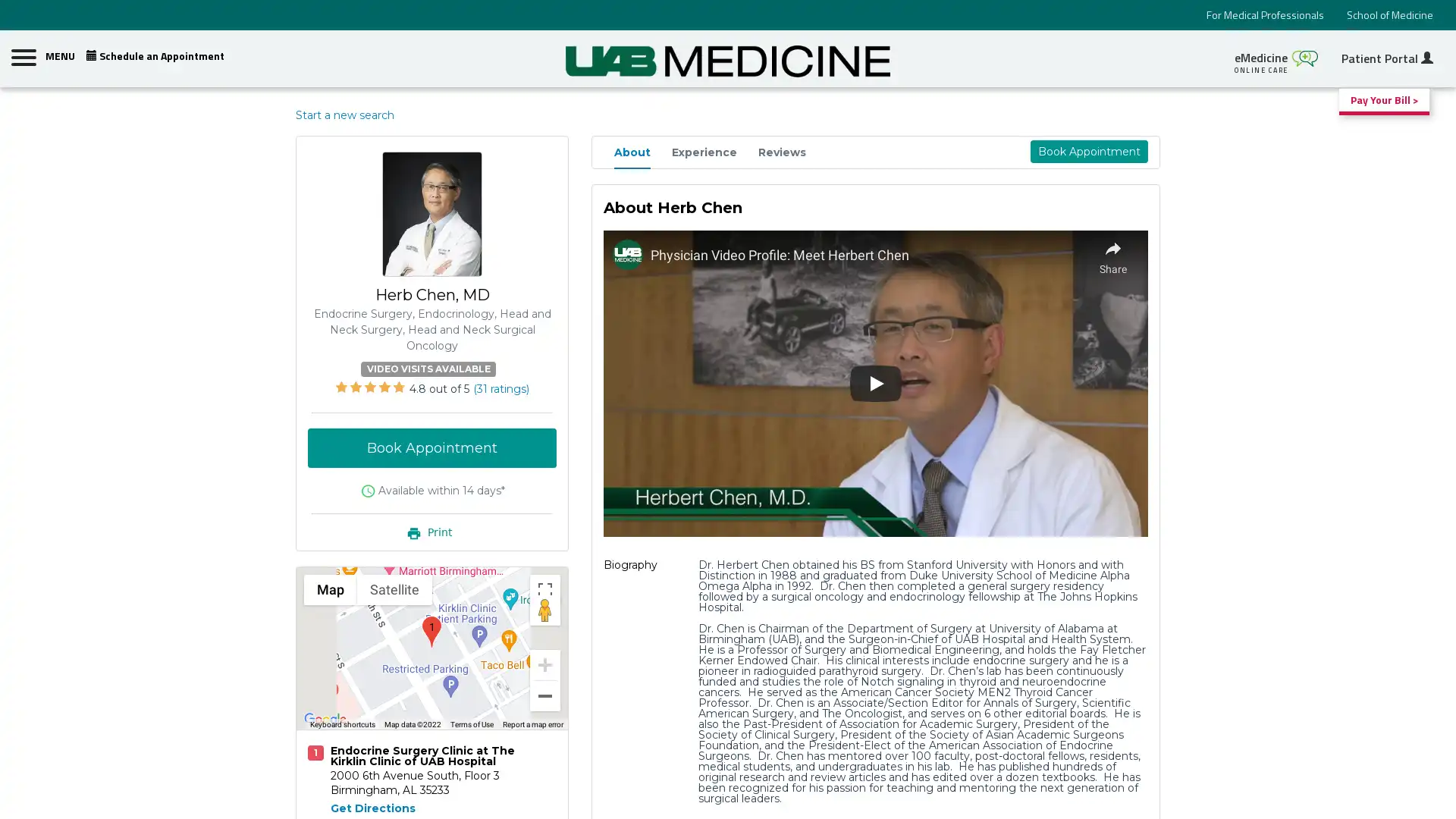 The image size is (1456, 819). I want to click on Zoom out, so click(545, 695).